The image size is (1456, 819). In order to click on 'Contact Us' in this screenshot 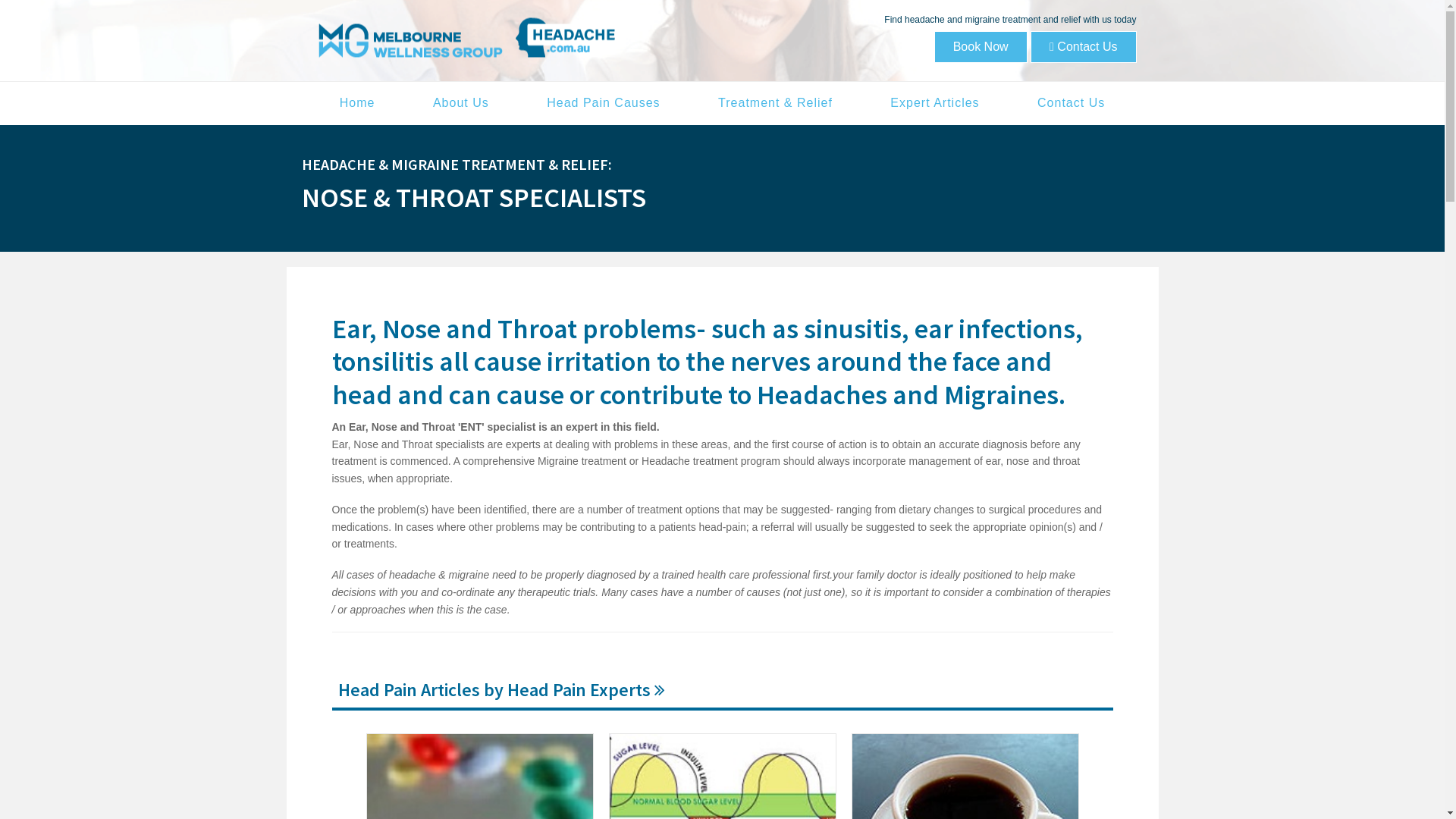, I will do `click(1082, 45)`.